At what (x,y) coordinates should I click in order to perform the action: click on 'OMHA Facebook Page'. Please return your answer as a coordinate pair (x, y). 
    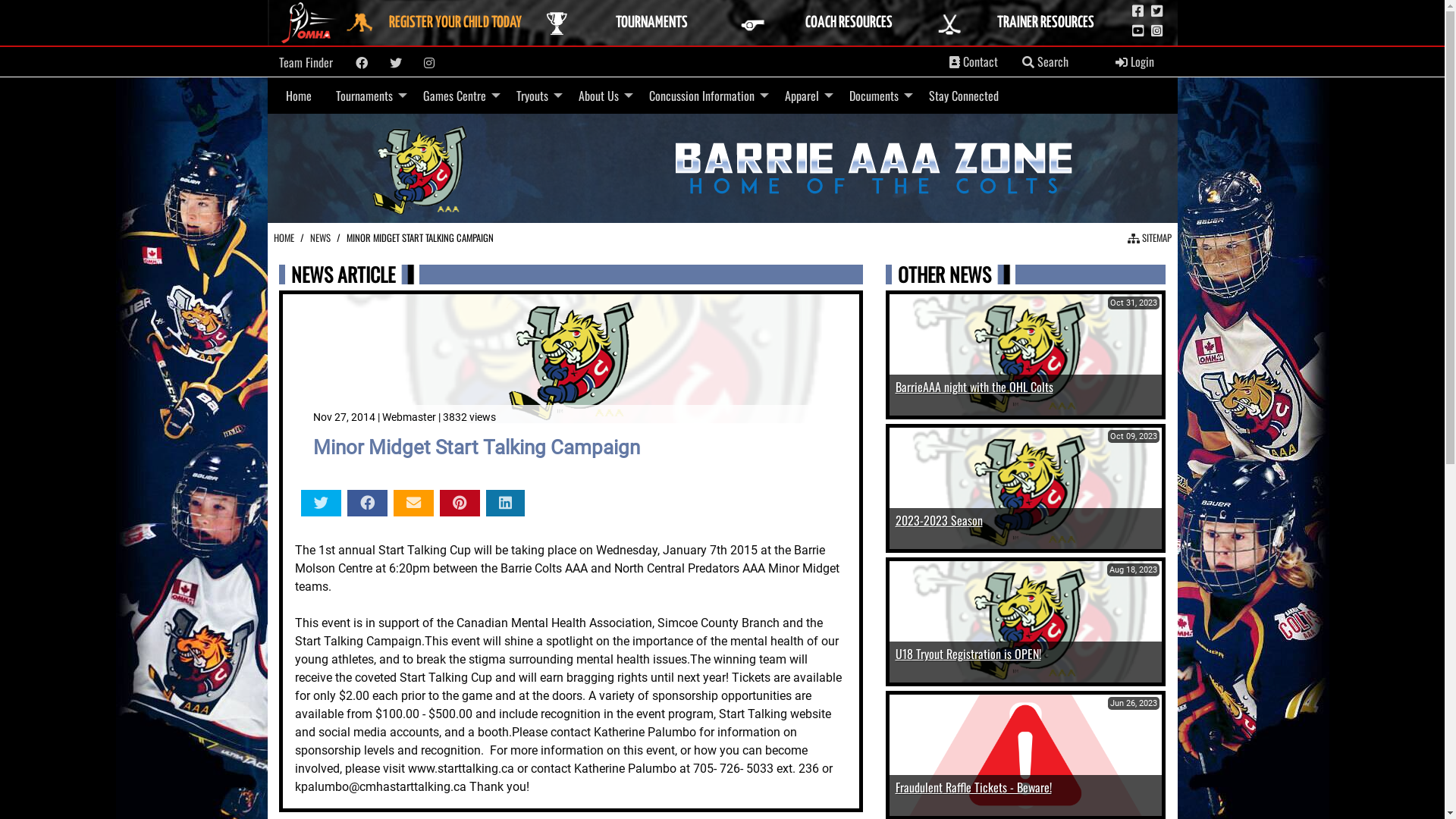
    Looking at the image, I should click on (1131, 11).